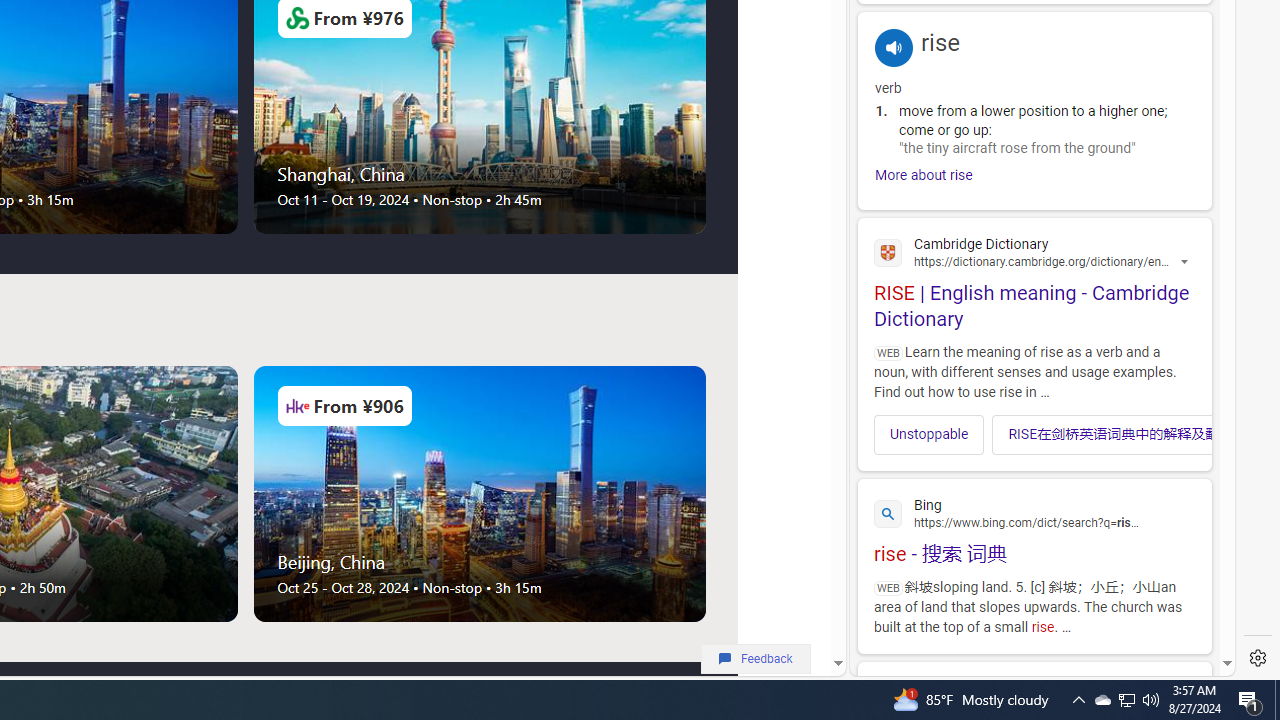 The width and height of the screenshot is (1280, 720). I want to click on 'Airlines Logo', so click(296, 405).